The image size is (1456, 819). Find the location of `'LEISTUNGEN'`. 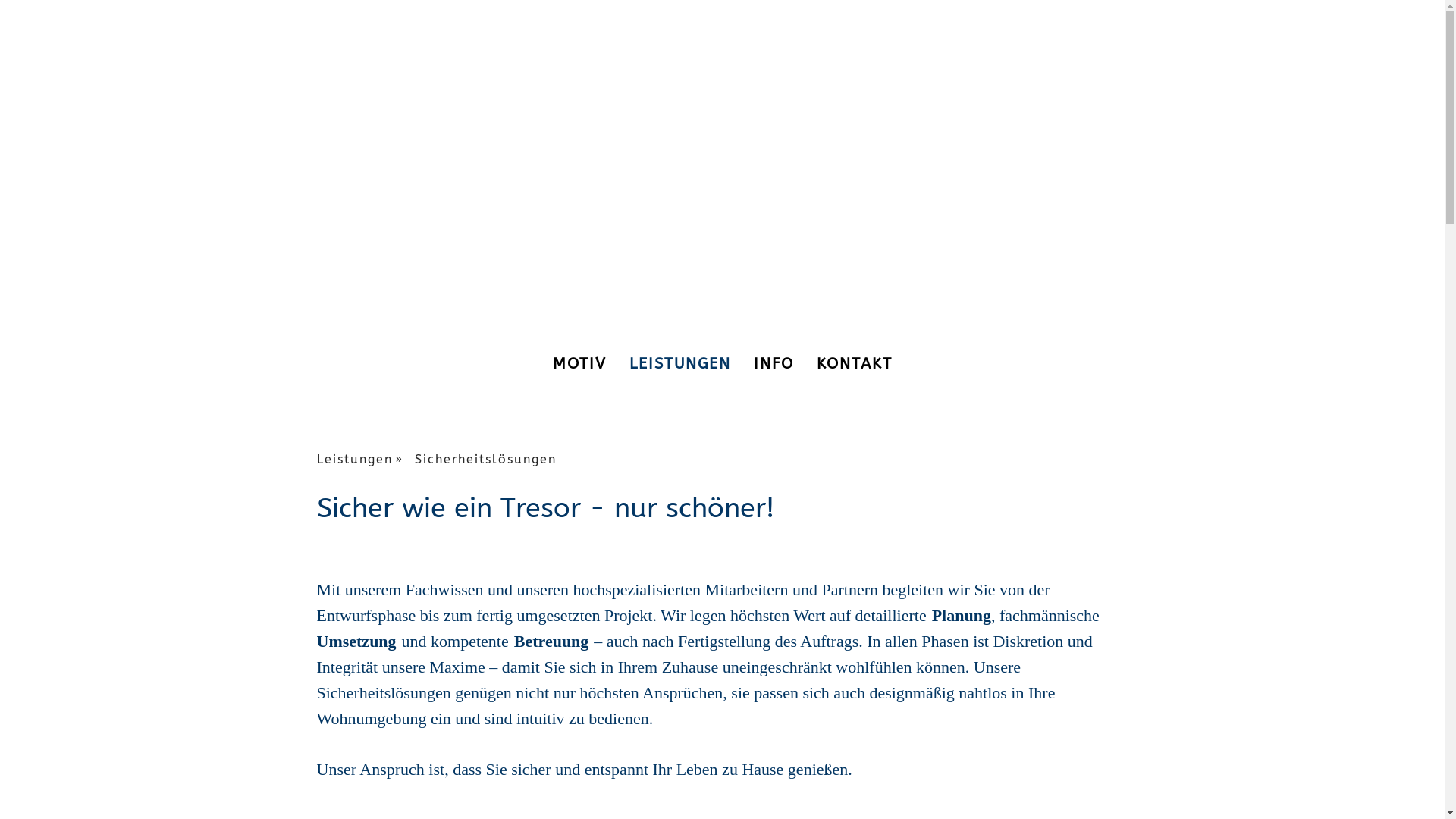

'LEISTUNGEN' is located at coordinates (679, 363).